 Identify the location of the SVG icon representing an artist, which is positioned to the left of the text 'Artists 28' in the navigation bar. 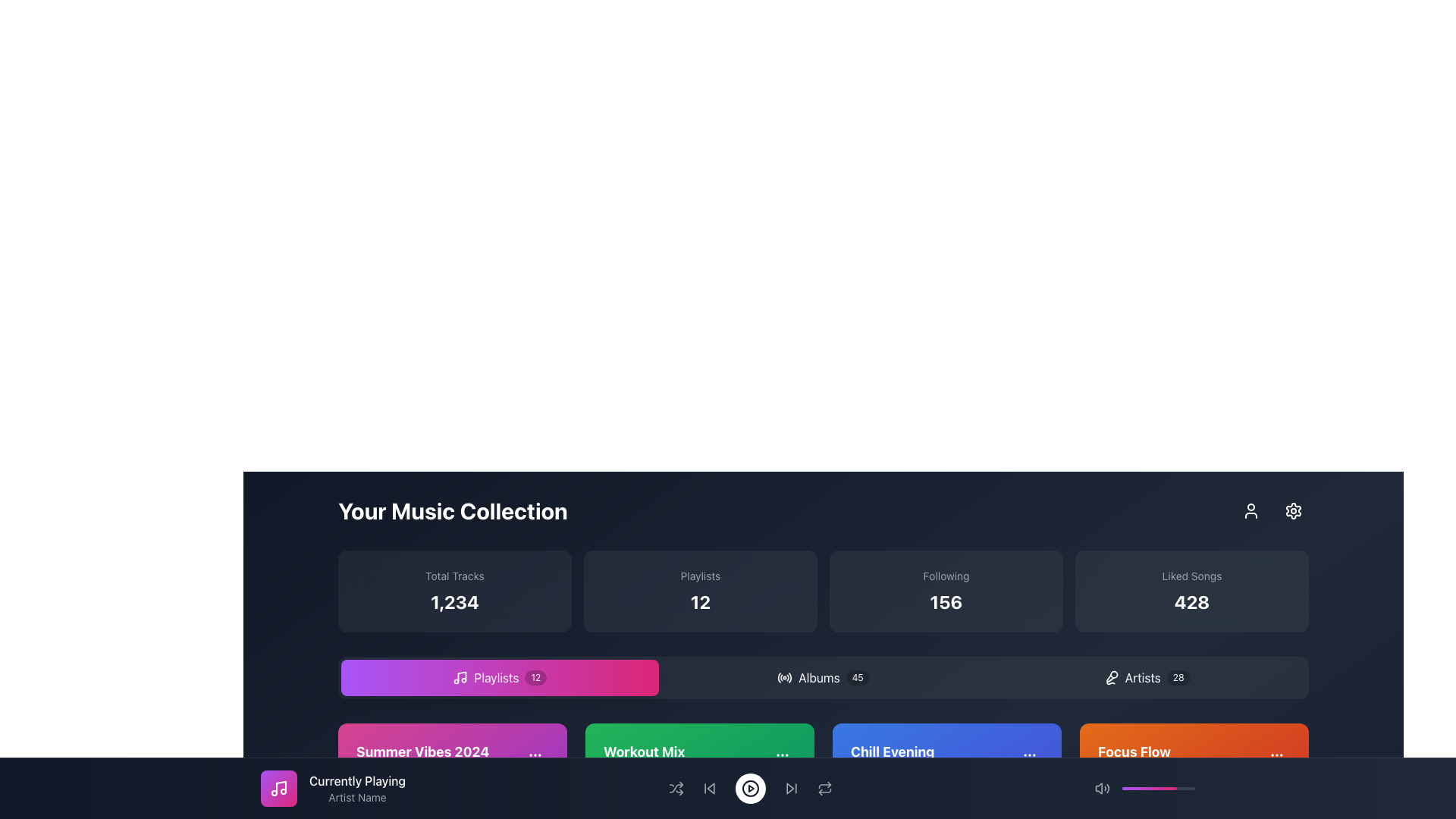
(1111, 677).